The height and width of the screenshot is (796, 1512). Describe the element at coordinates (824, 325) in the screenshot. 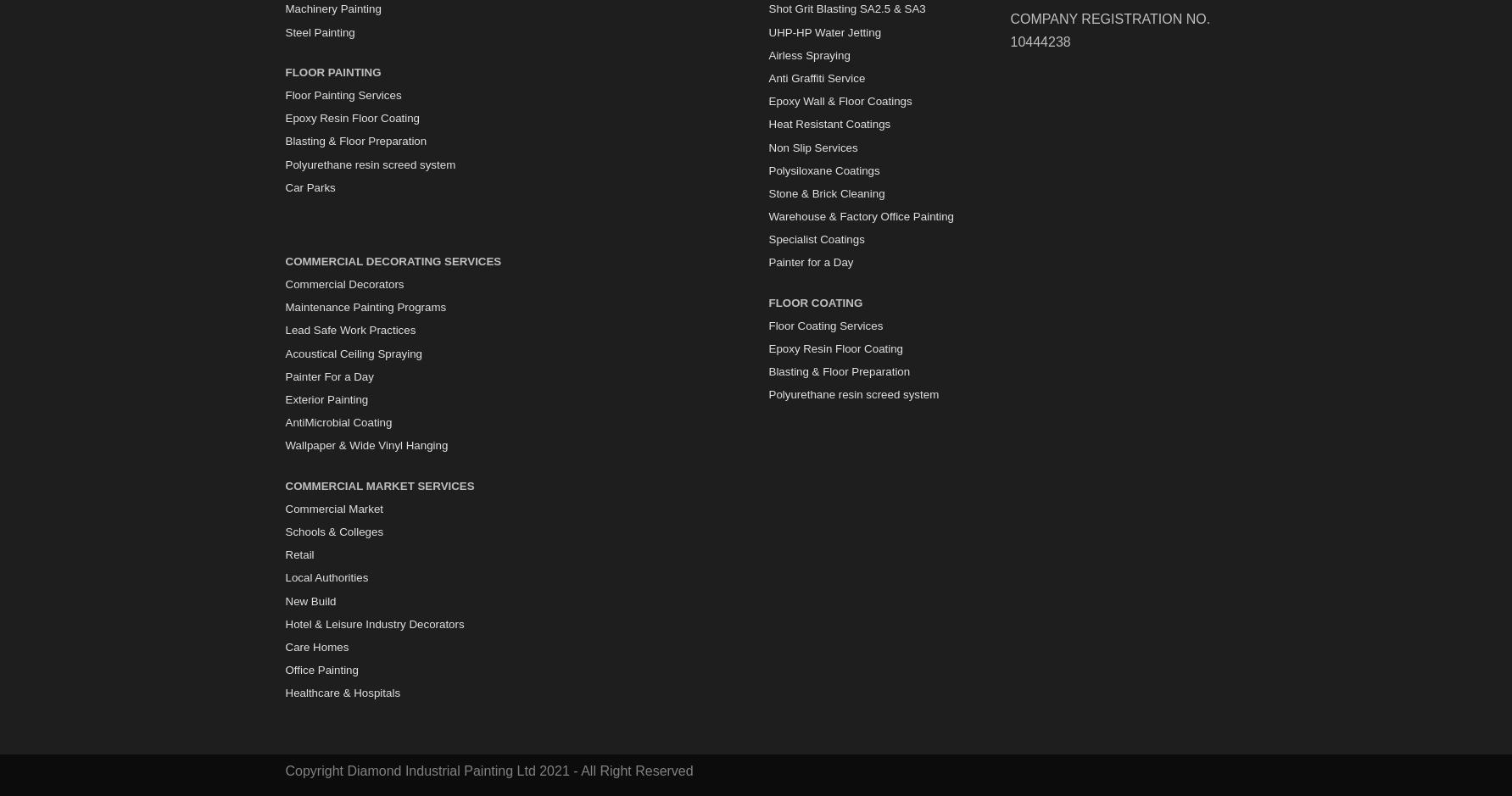

I see `'Floor Coating Services'` at that location.